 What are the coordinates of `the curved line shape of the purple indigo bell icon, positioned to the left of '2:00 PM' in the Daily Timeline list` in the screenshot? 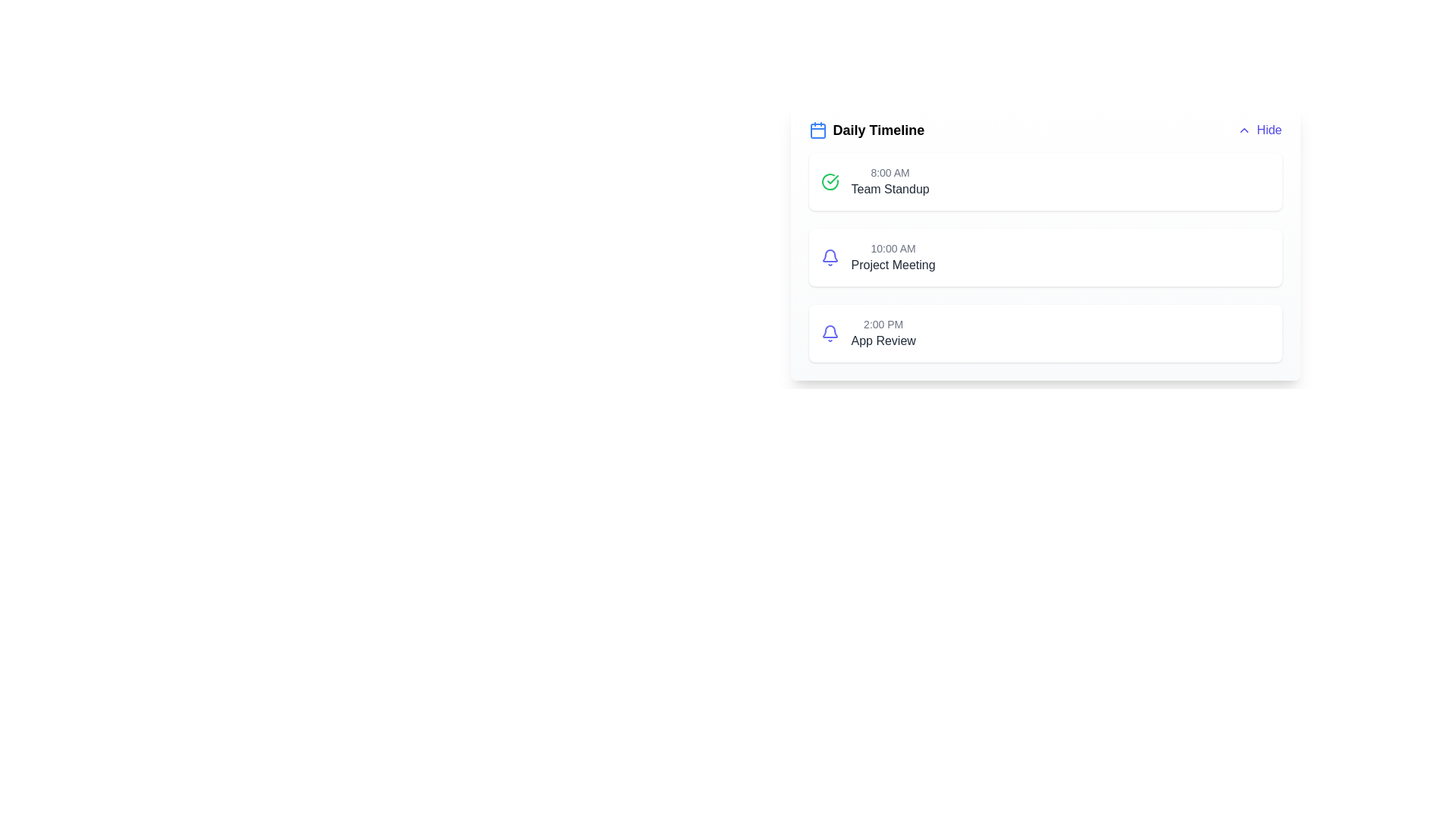 It's located at (829, 255).